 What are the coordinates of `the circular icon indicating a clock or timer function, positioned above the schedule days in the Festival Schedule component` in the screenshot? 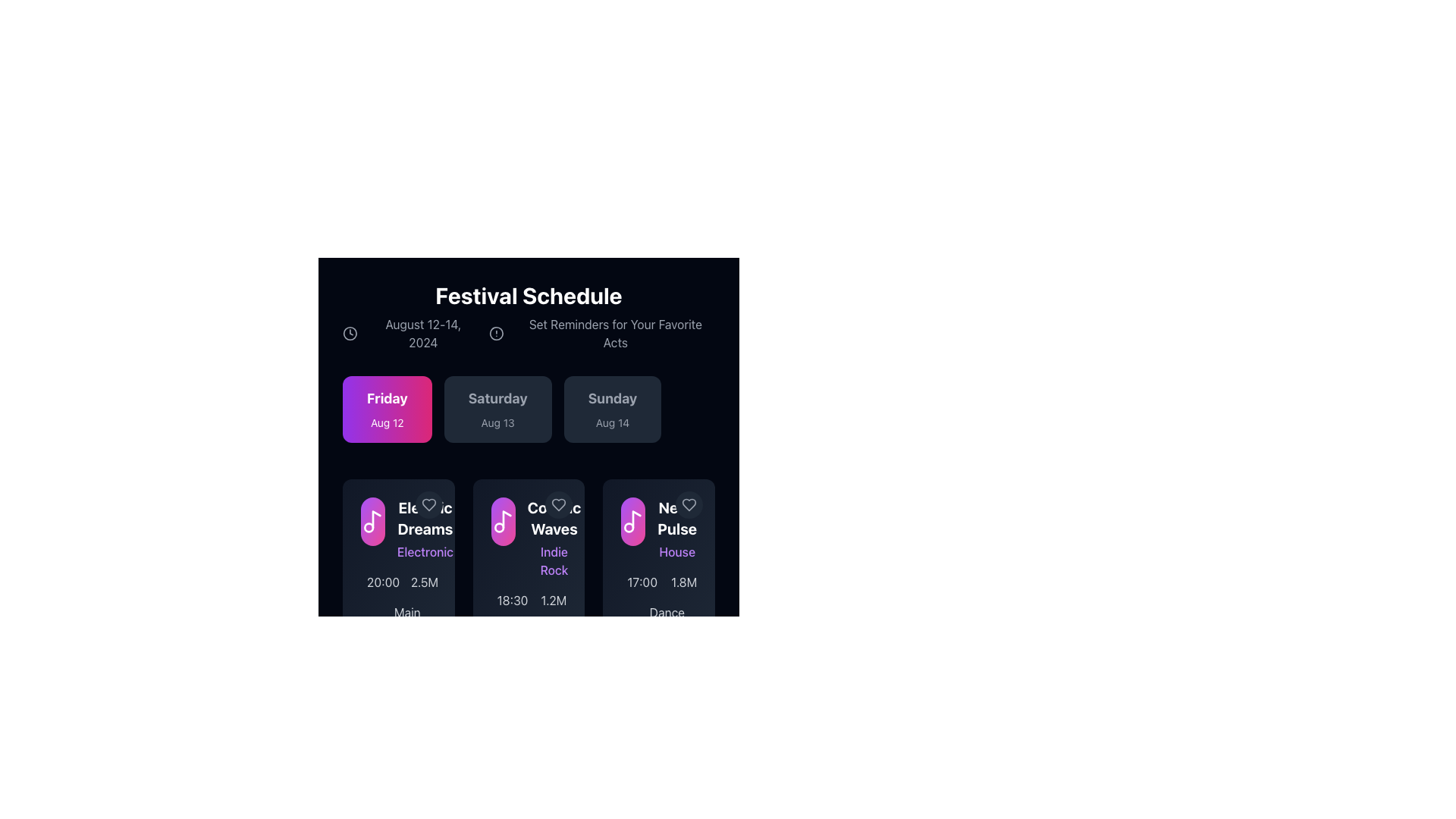 It's located at (349, 332).